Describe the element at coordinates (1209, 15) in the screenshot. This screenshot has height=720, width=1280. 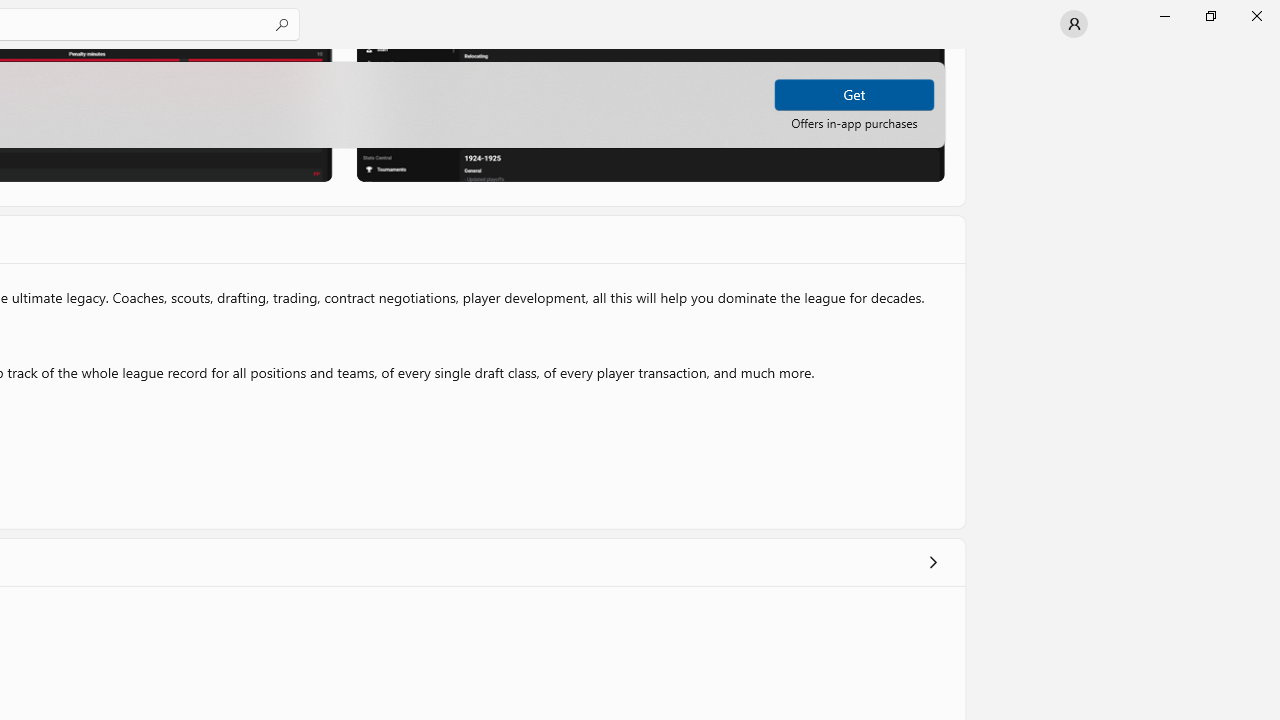
I see `'Restore Microsoft Store'` at that location.